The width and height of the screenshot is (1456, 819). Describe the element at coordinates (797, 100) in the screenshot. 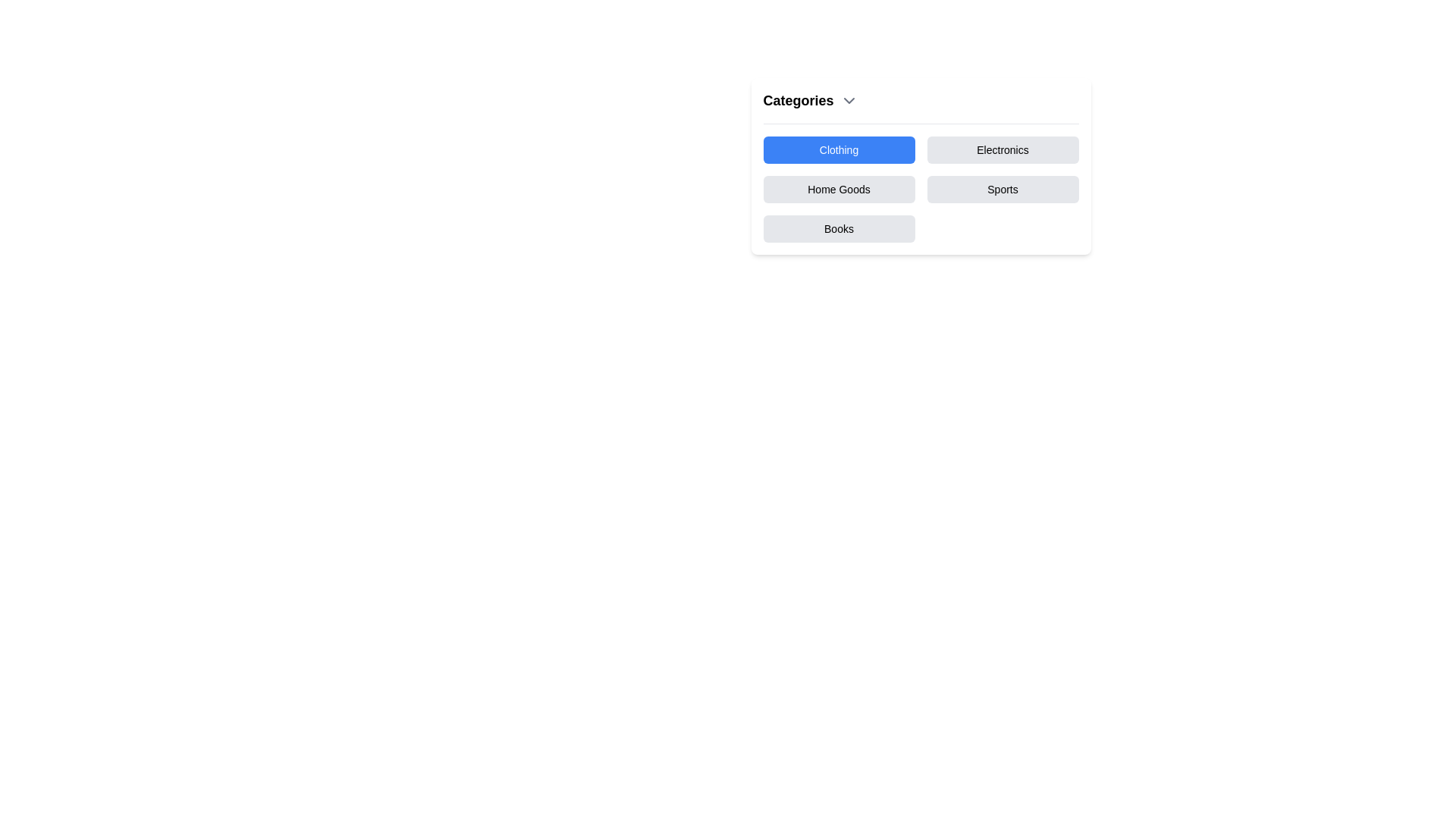

I see `label located at the top-left corner of the dropdown section, which indicates the purpose of the category selector` at that location.